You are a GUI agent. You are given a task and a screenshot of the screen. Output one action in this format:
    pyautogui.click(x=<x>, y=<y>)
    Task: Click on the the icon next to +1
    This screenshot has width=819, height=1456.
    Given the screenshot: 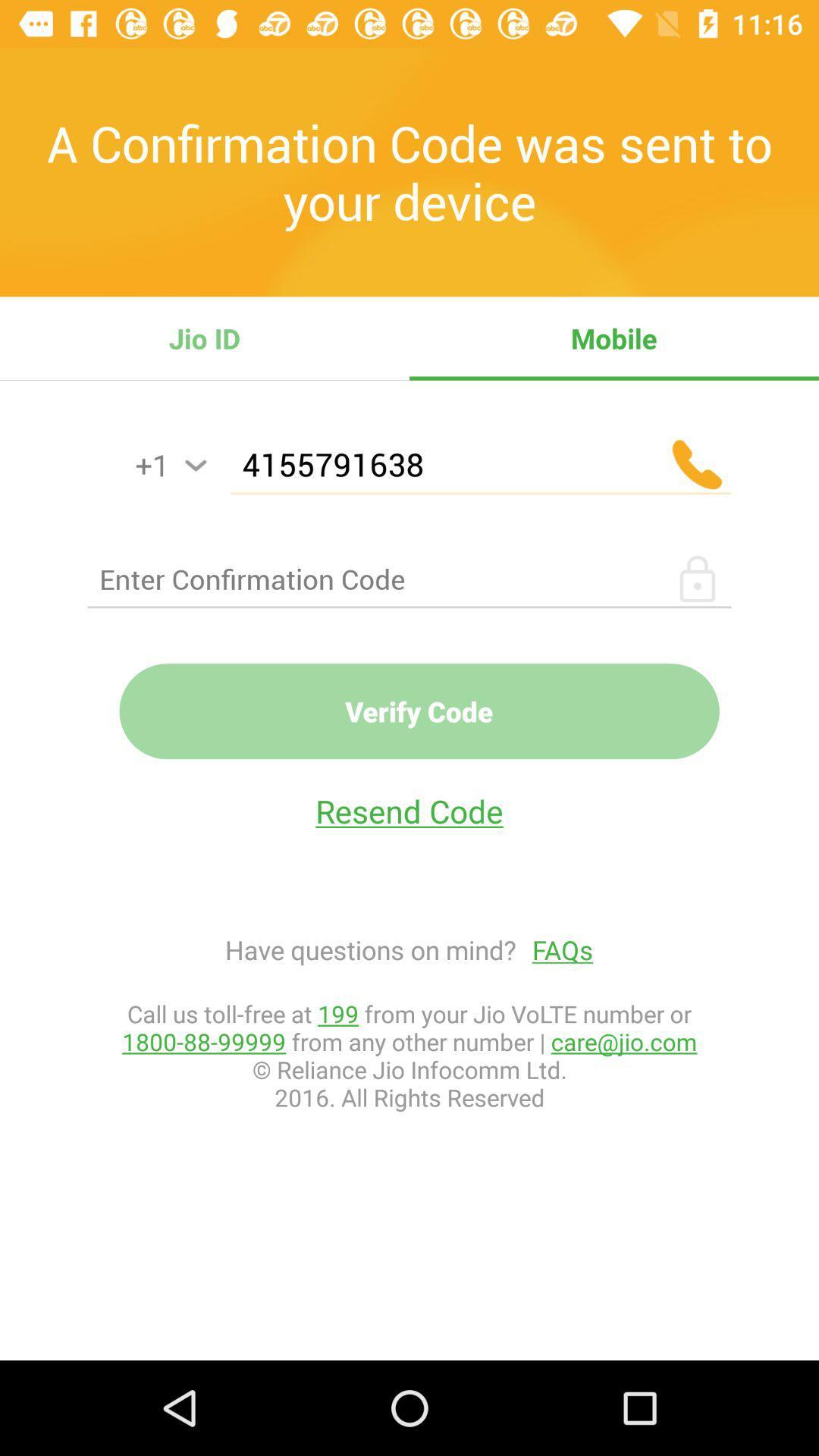 What is the action you would take?
    pyautogui.click(x=195, y=465)
    